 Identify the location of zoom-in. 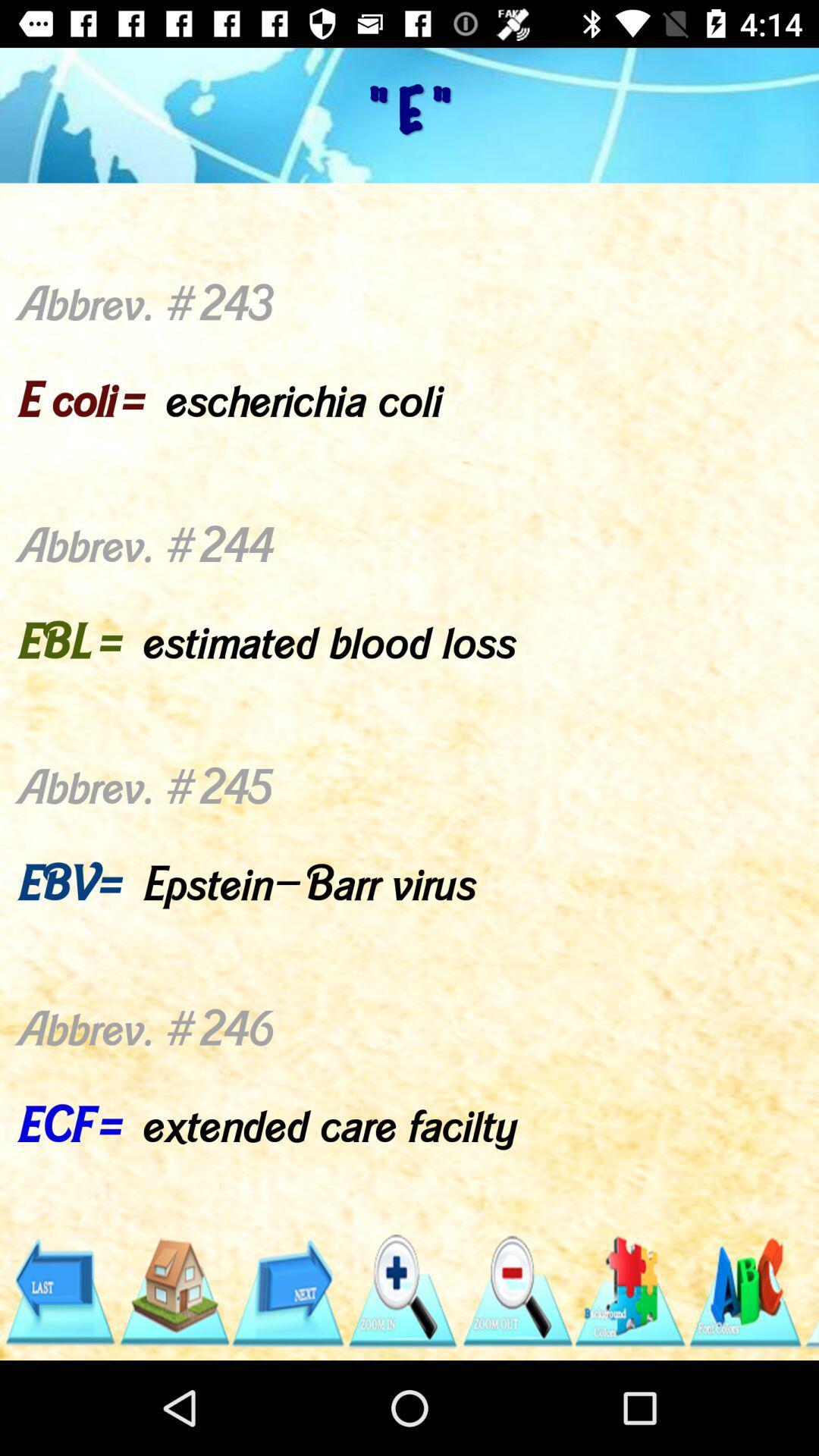
(401, 1291).